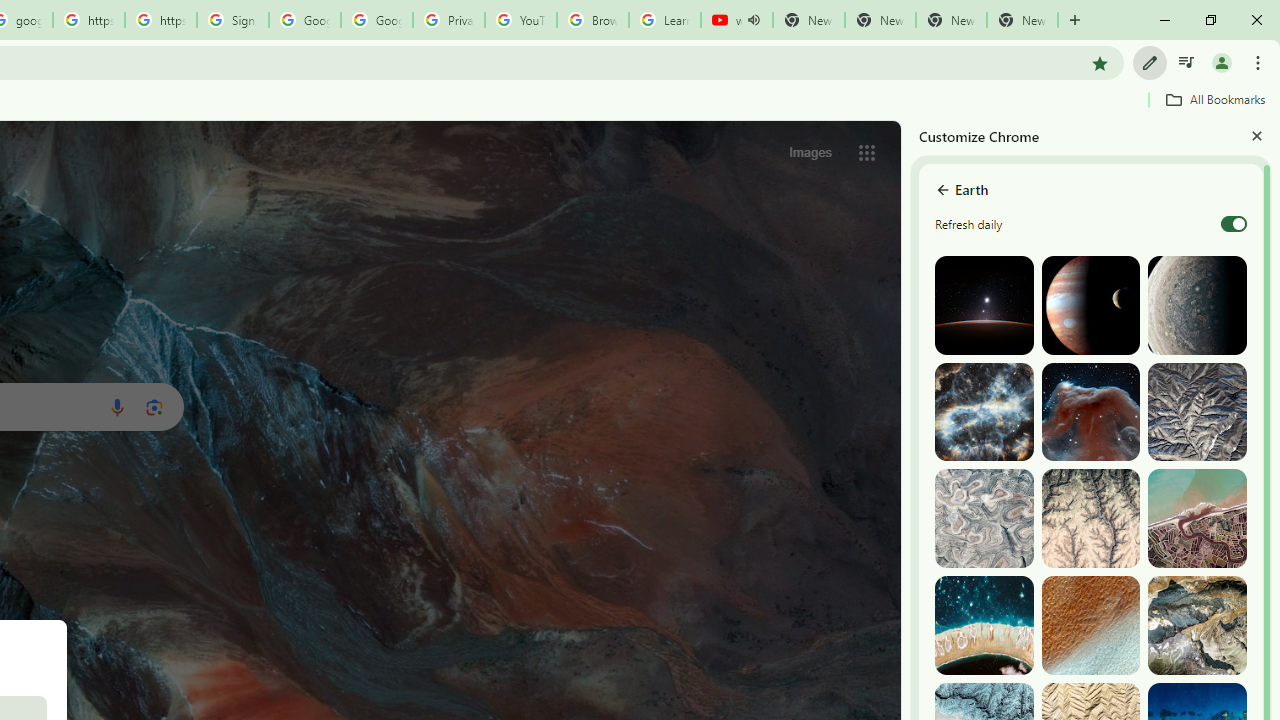 This screenshot has height=720, width=1280. What do you see at coordinates (1214, 99) in the screenshot?
I see `'All Bookmarks'` at bounding box center [1214, 99].